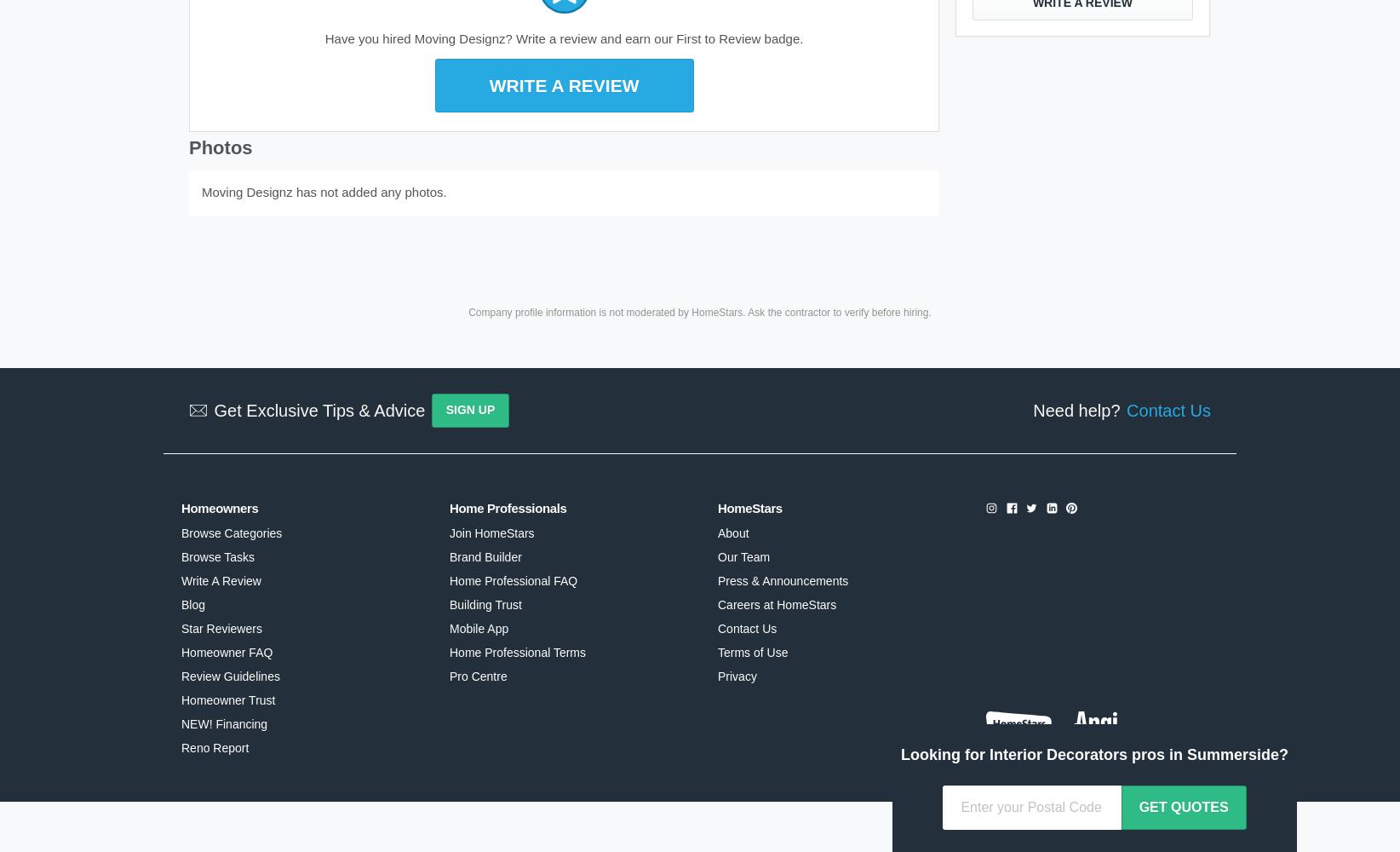 This screenshot has width=1400, height=852. Describe the element at coordinates (217, 556) in the screenshot. I see `'Browse Tasks'` at that location.